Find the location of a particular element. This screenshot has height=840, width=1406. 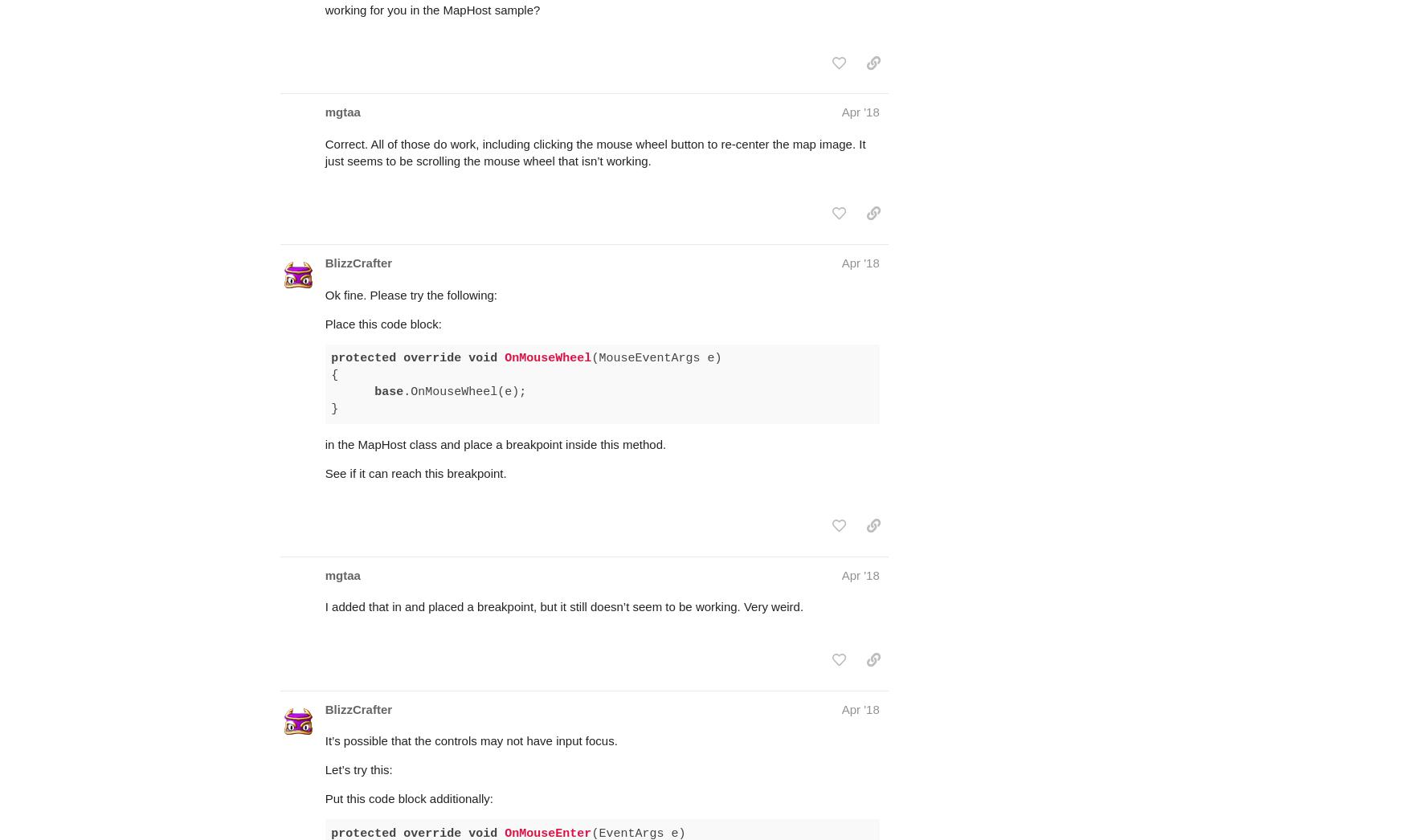

'OnMouseEnter' is located at coordinates (546, 769).